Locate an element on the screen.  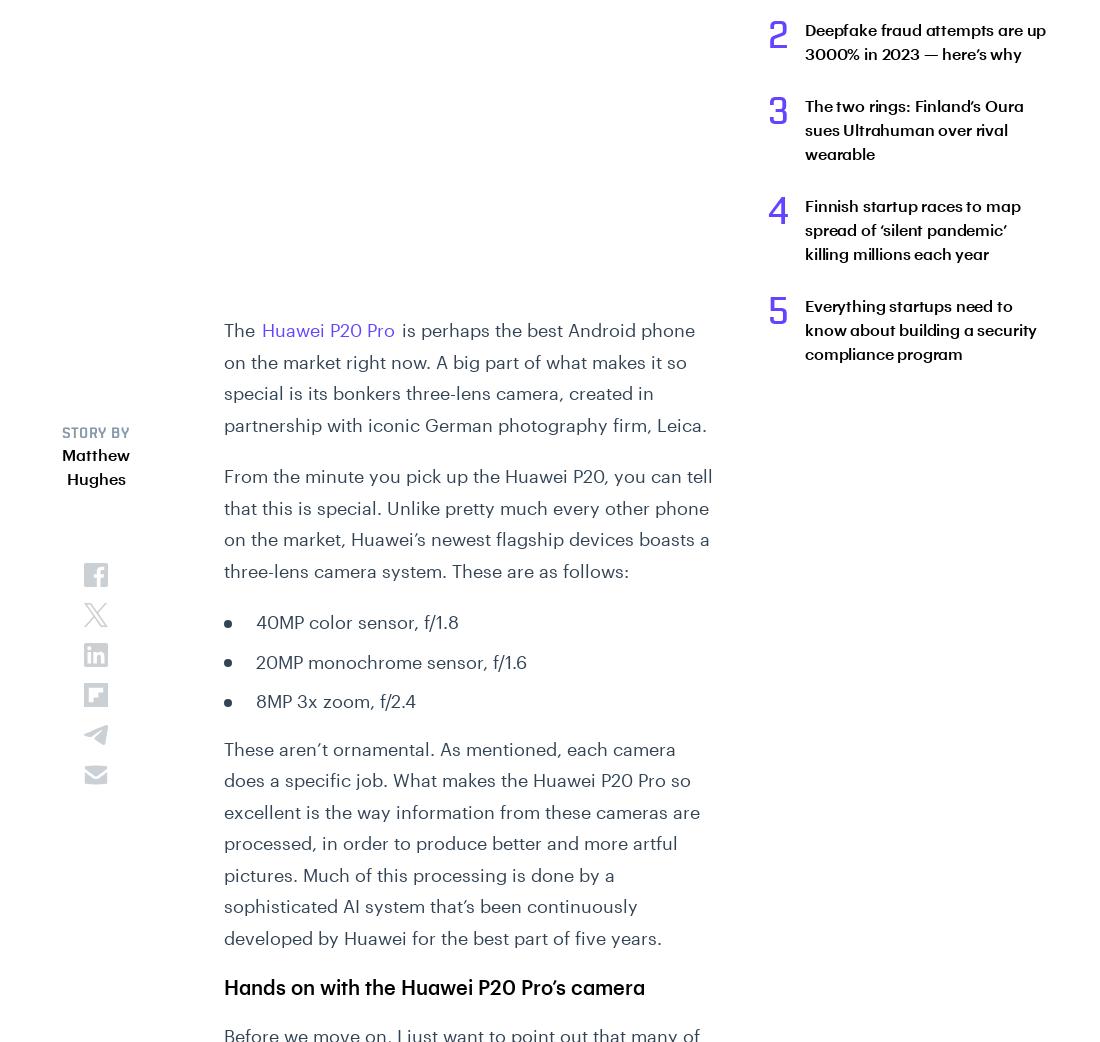
'3' is located at coordinates (778, 112).